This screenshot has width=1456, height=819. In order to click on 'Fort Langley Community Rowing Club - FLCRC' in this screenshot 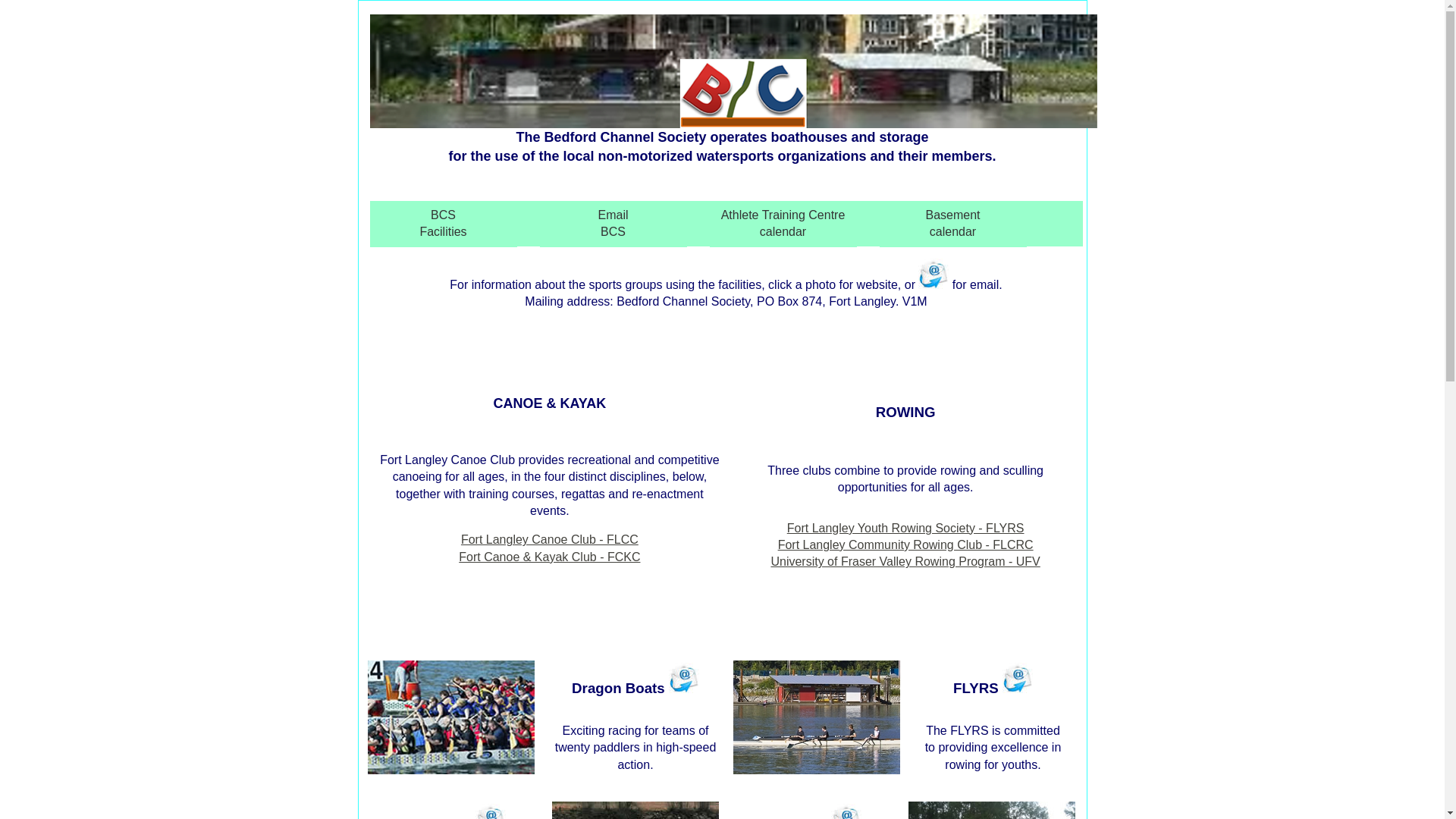, I will do `click(778, 544)`.